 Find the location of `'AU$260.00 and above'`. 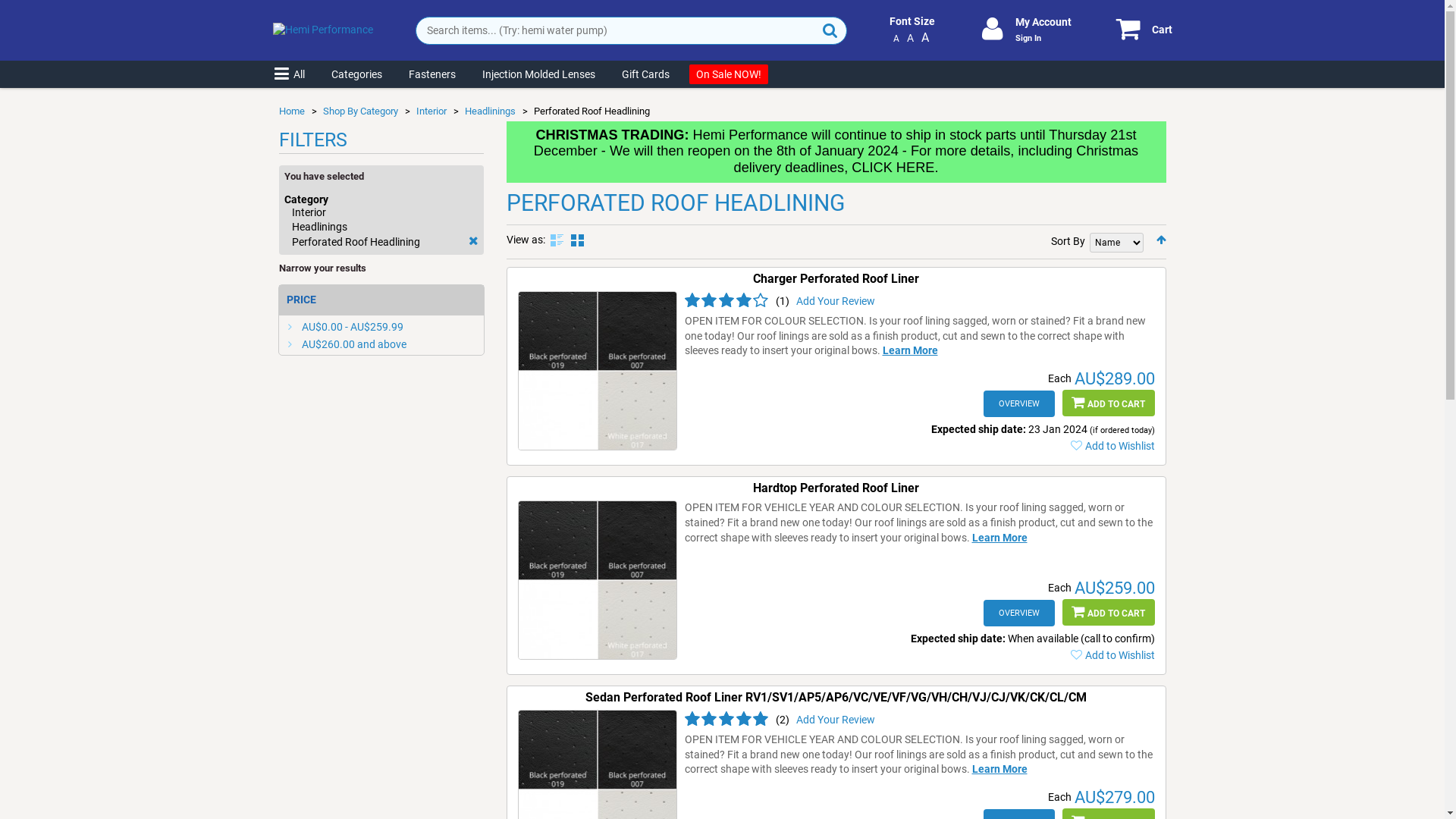

'AU$260.00 and above' is located at coordinates (353, 344).